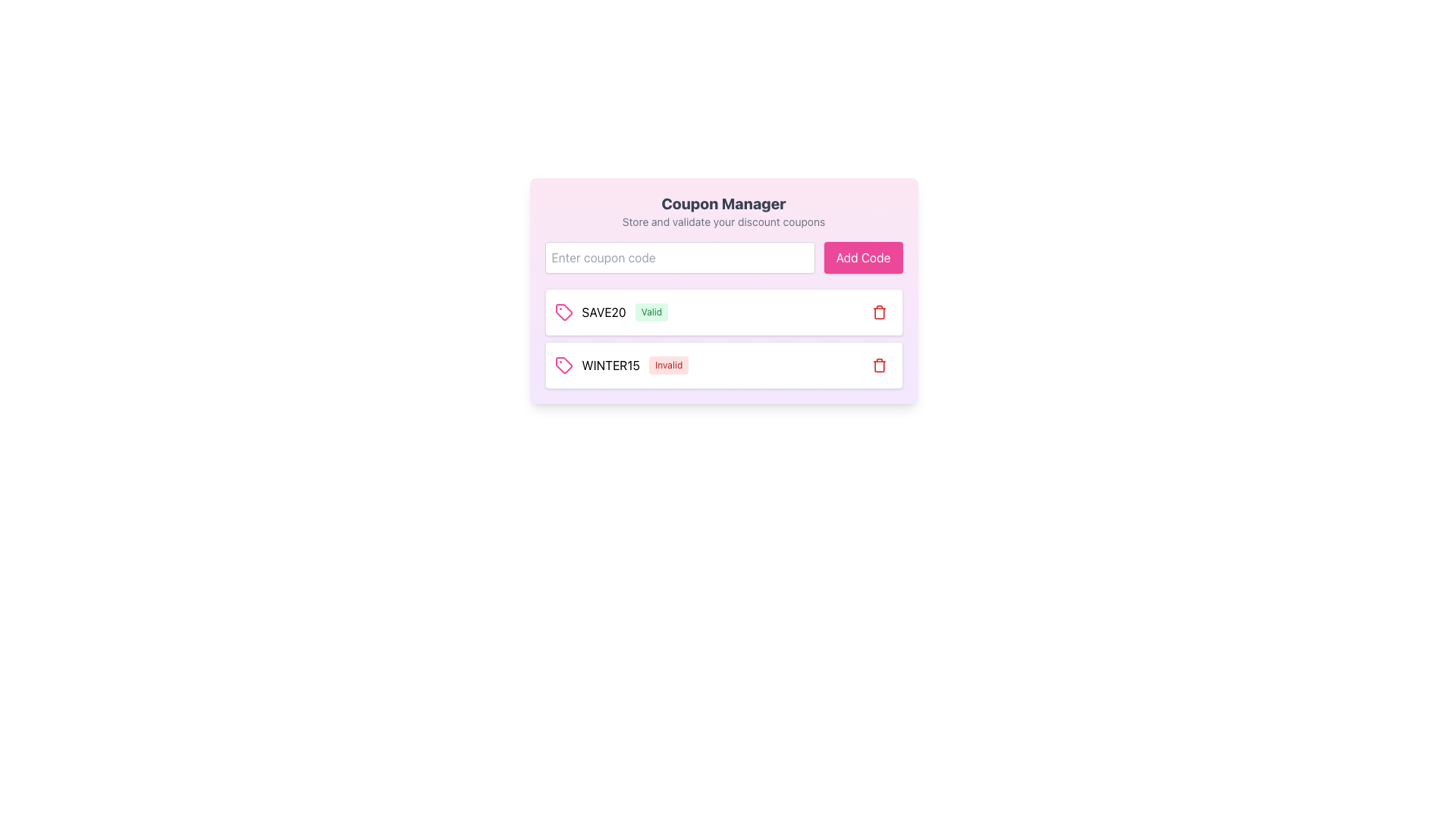 Image resolution: width=1456 pixels, height=819 pixels. Describe the element at coordinates (651, 312) in the screenshot. I see `the Status Badge, which is a rectangular badge with rounded corners containing the word 'Valid' in green text, located to the right of 'SAVE20' in the first row of the coupon list` at that location.